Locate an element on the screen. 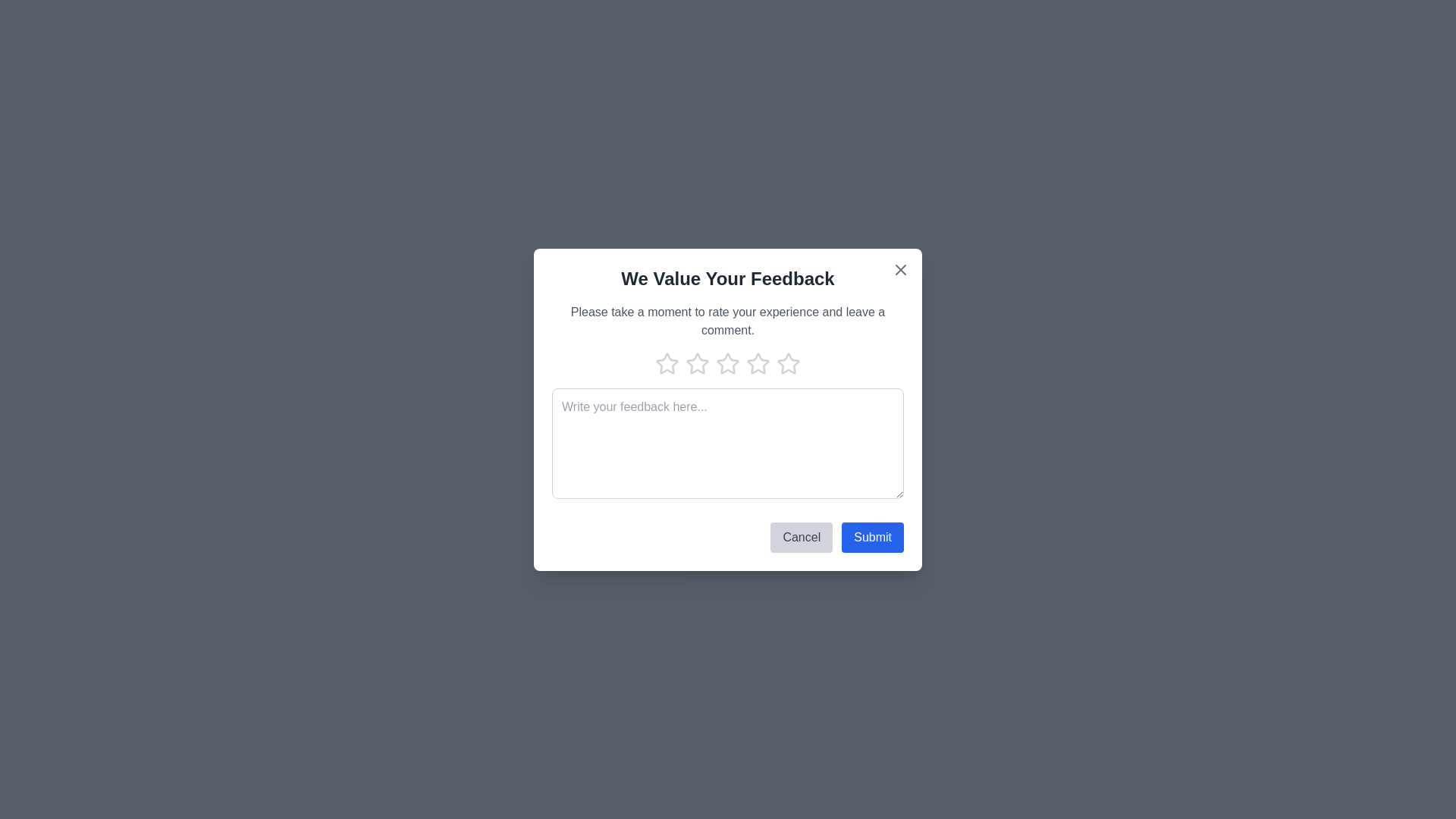  the cancel button located at the bottom-right corner of the modal dialog box, which is the first button from the left in a group of two buttons is located at coordinates (801, 536).